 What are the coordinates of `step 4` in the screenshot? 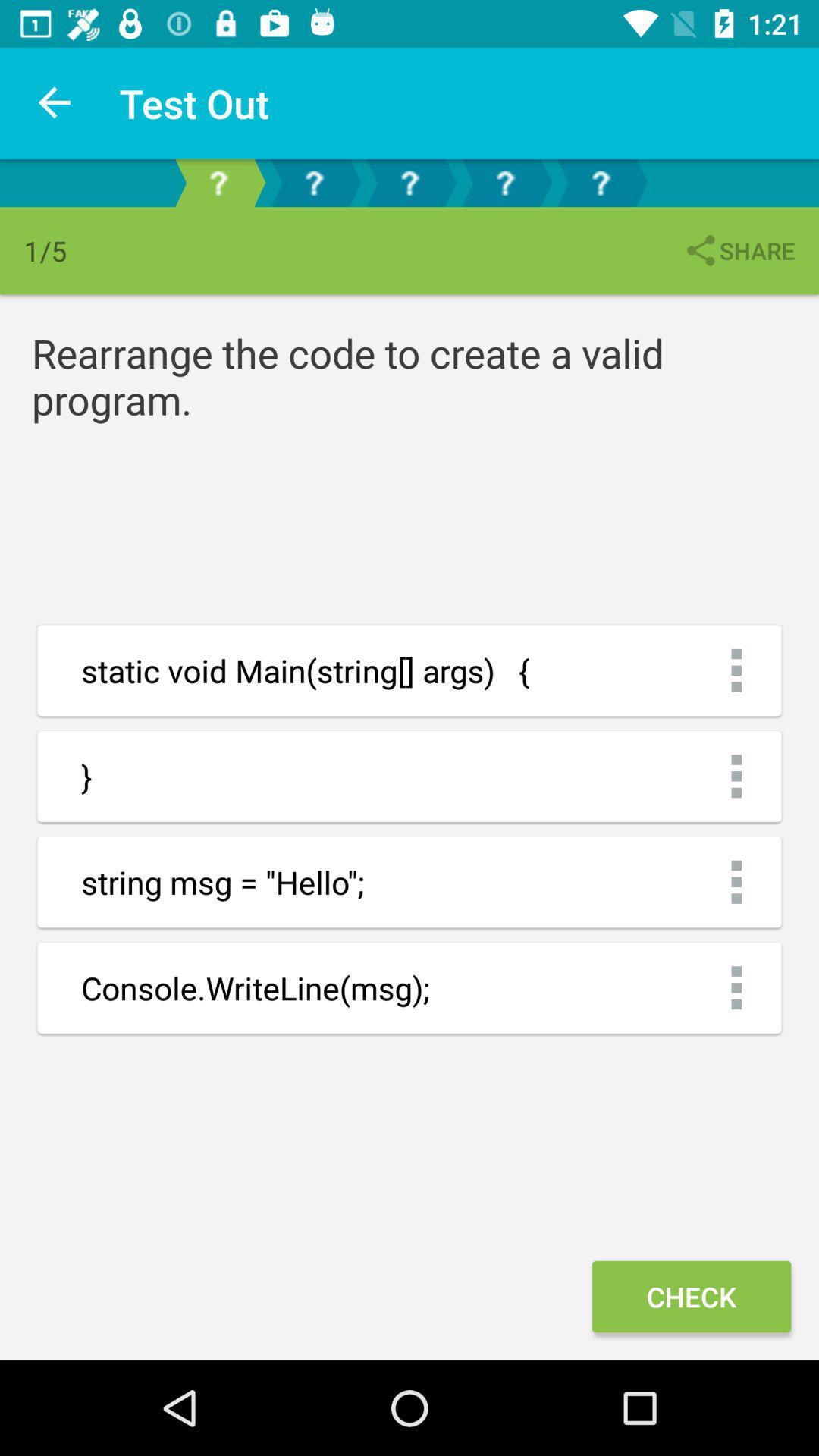 It's located at (505, 182).